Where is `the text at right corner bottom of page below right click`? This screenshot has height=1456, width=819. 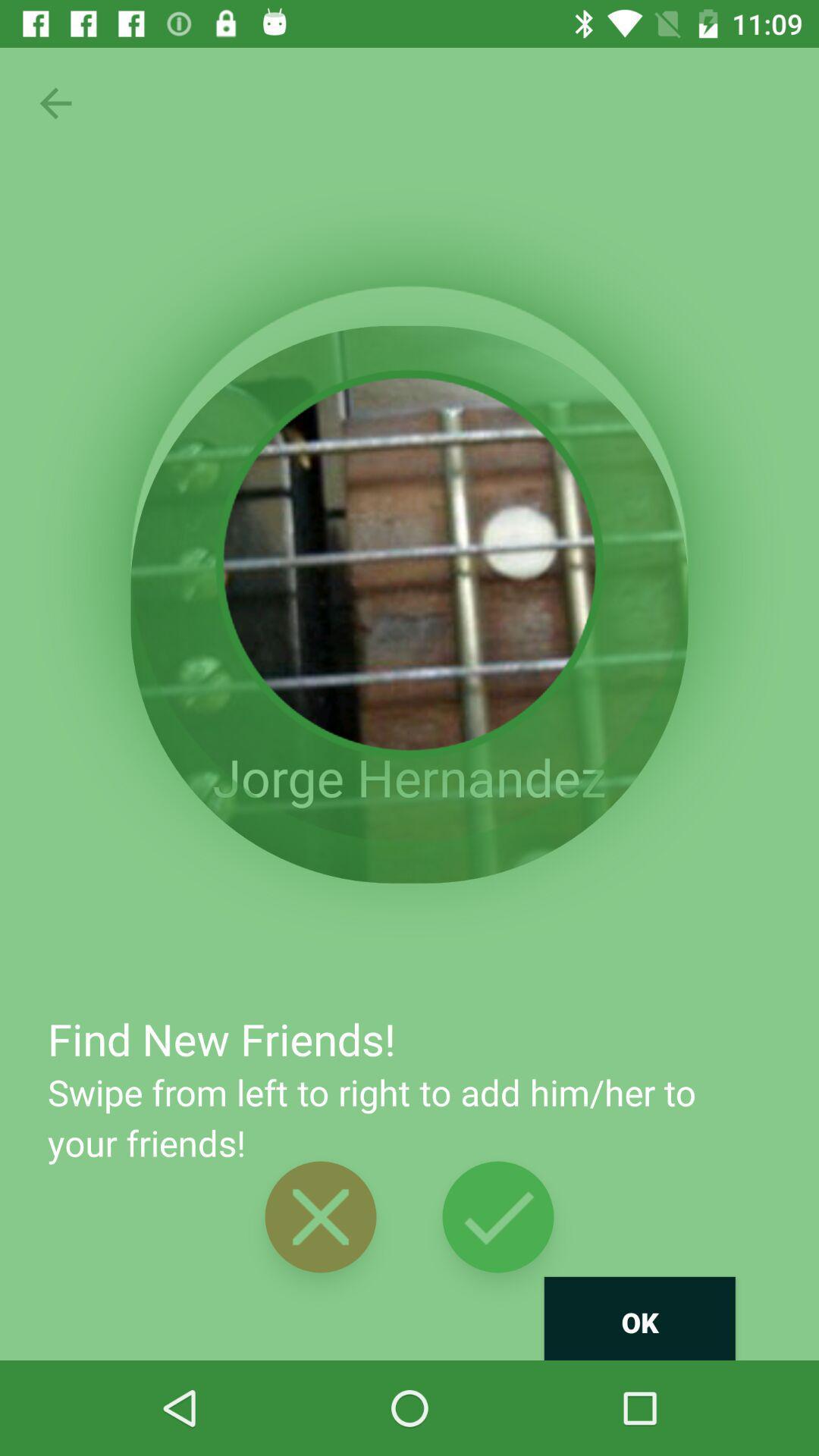 the text at right corner bottom of page below right click is located at coordinates (640, 1324).